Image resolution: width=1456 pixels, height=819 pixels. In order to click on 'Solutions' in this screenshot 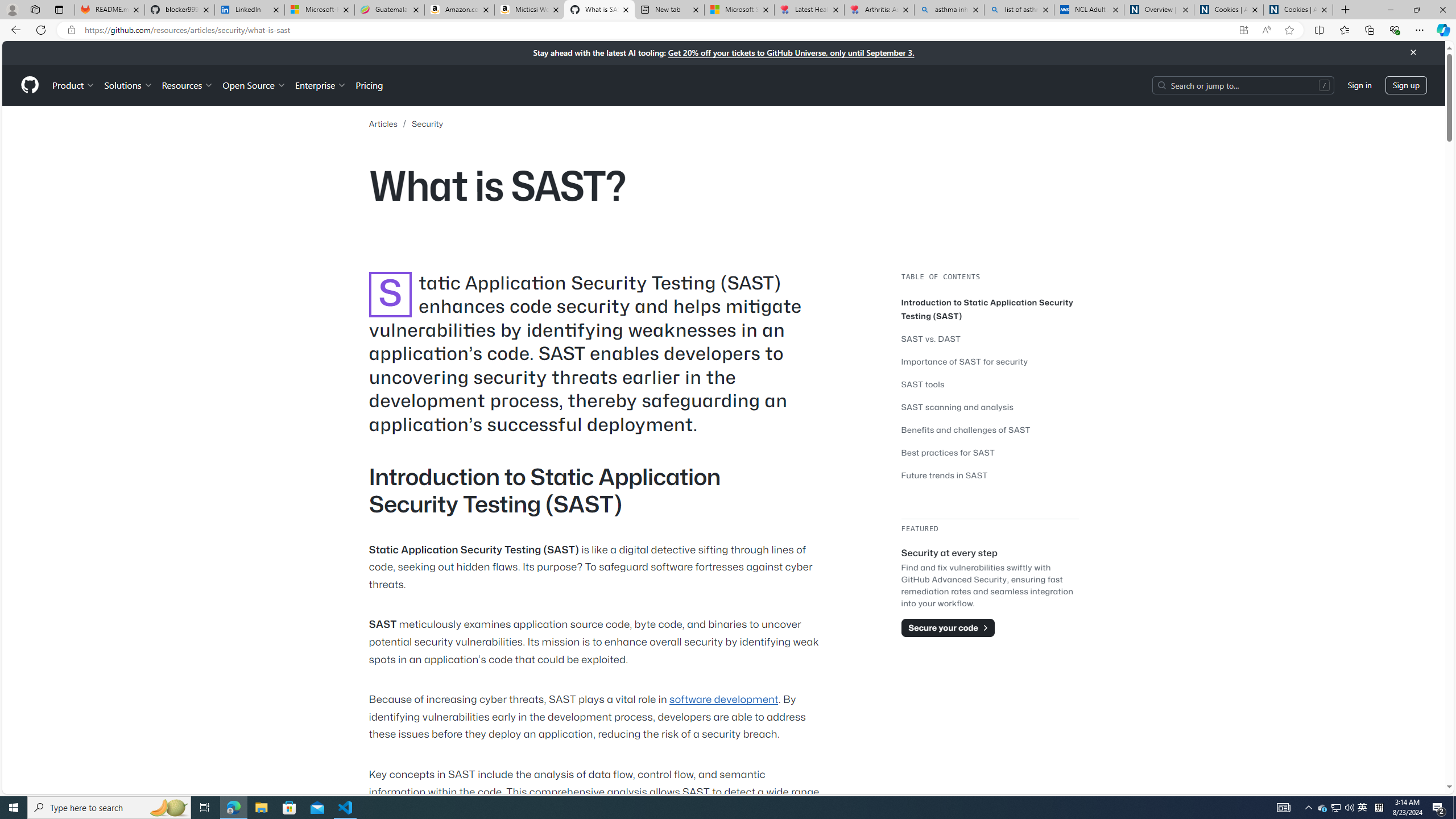, I will do `click(127, 85)`.